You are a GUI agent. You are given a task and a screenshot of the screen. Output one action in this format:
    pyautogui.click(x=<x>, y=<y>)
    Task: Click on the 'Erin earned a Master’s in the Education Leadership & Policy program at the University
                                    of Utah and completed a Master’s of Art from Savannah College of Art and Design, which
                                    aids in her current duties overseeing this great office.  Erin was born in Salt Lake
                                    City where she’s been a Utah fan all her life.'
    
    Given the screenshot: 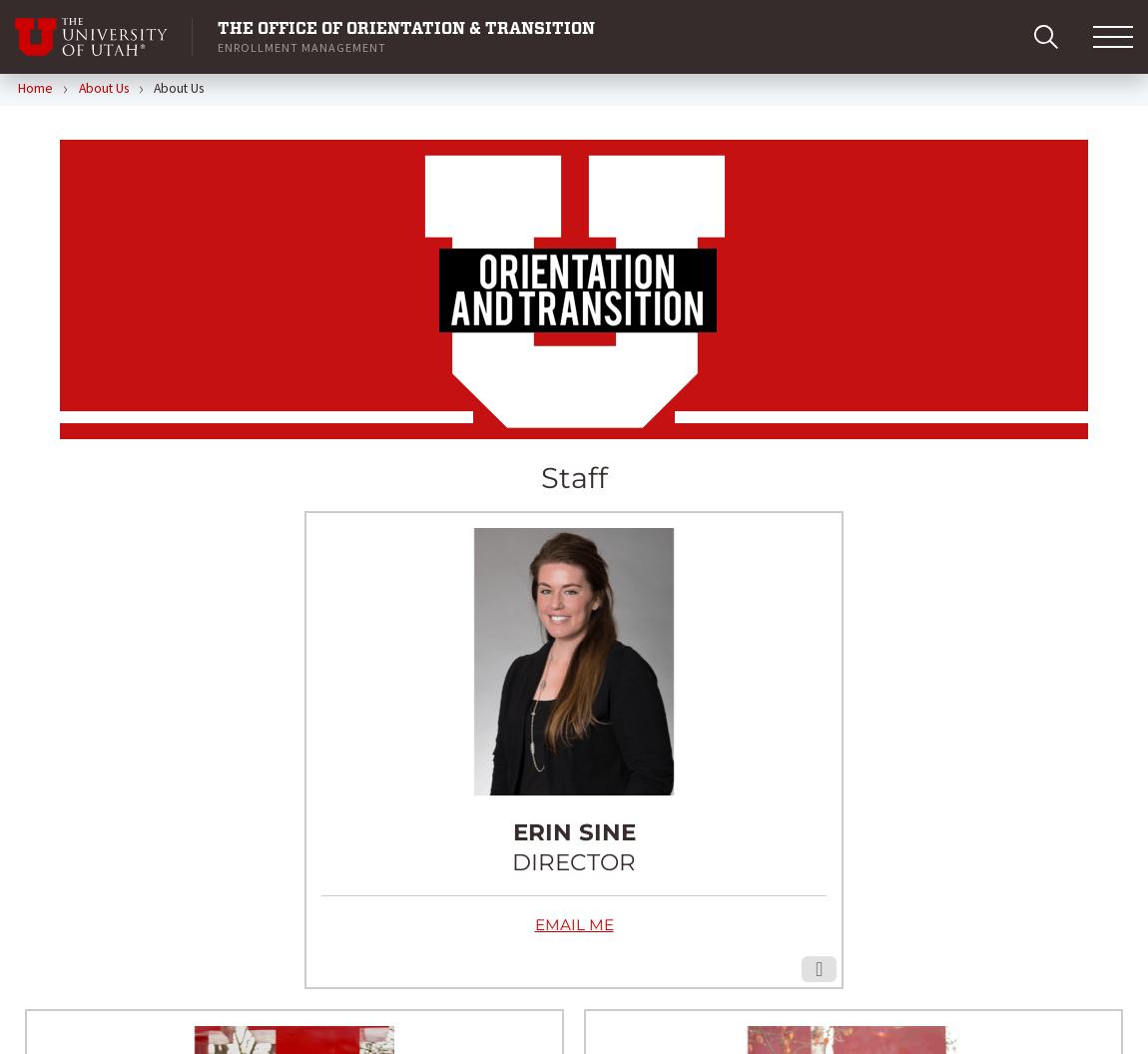 What is the action you would take?
    pyautogui.click(x=573, y=728)
    